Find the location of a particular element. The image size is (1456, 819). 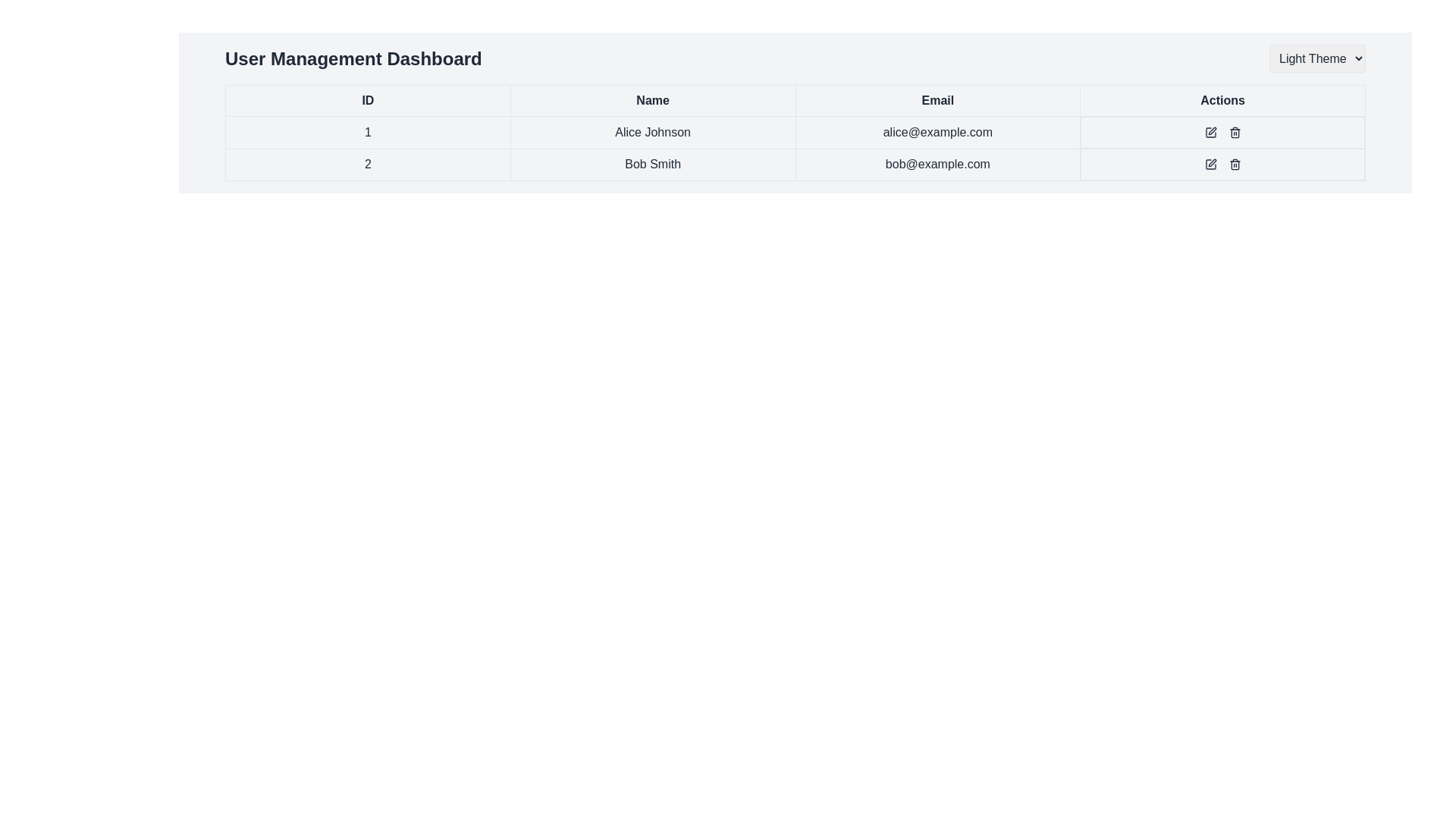

Text label that serves as the unique identifier for the corresponding row in the table, located in the first column of the second row, next to 'Bob Smith' is located at coordinates (368, 165).